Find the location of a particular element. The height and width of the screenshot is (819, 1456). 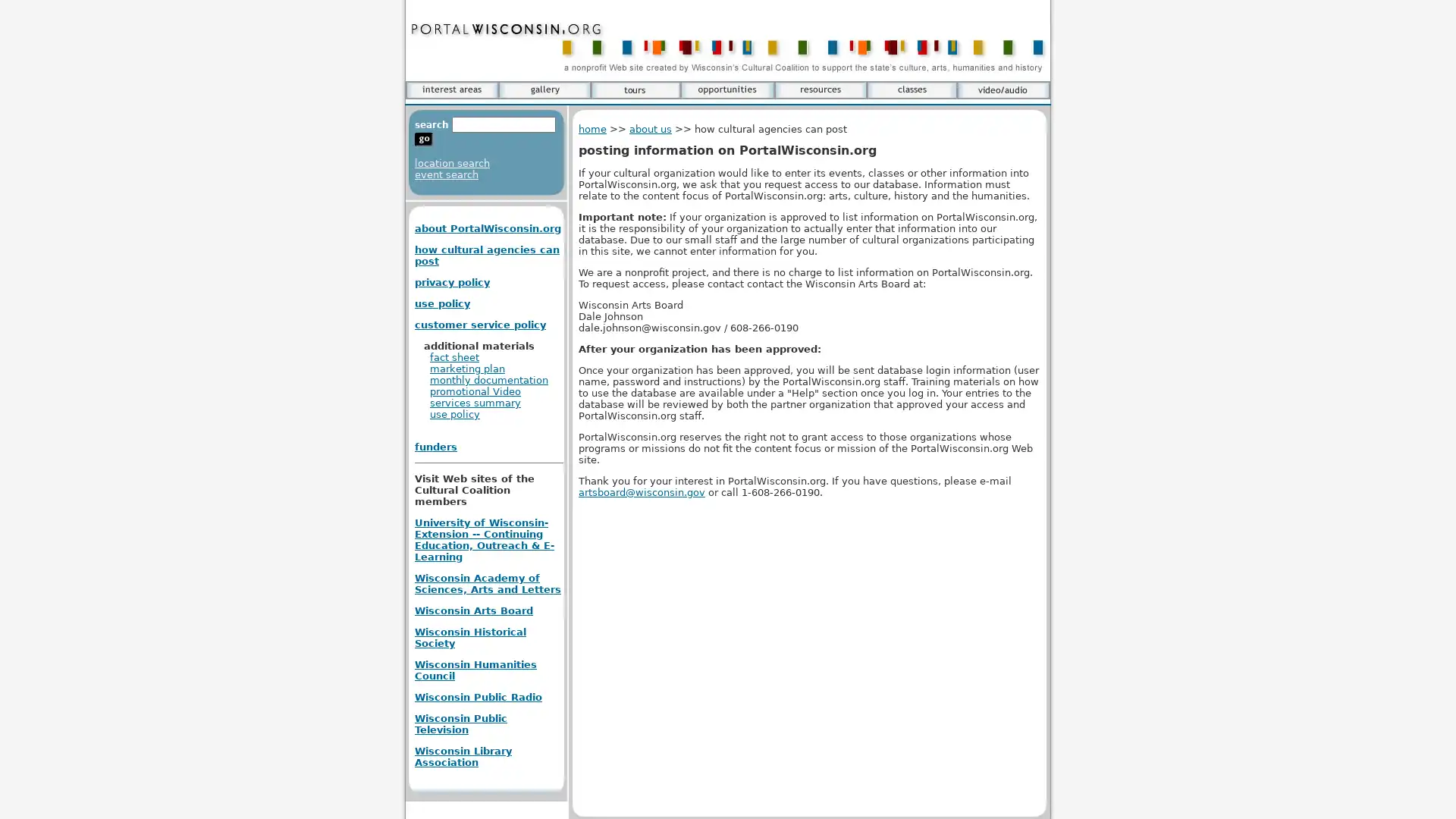

go is located at coordinates (423, 140).